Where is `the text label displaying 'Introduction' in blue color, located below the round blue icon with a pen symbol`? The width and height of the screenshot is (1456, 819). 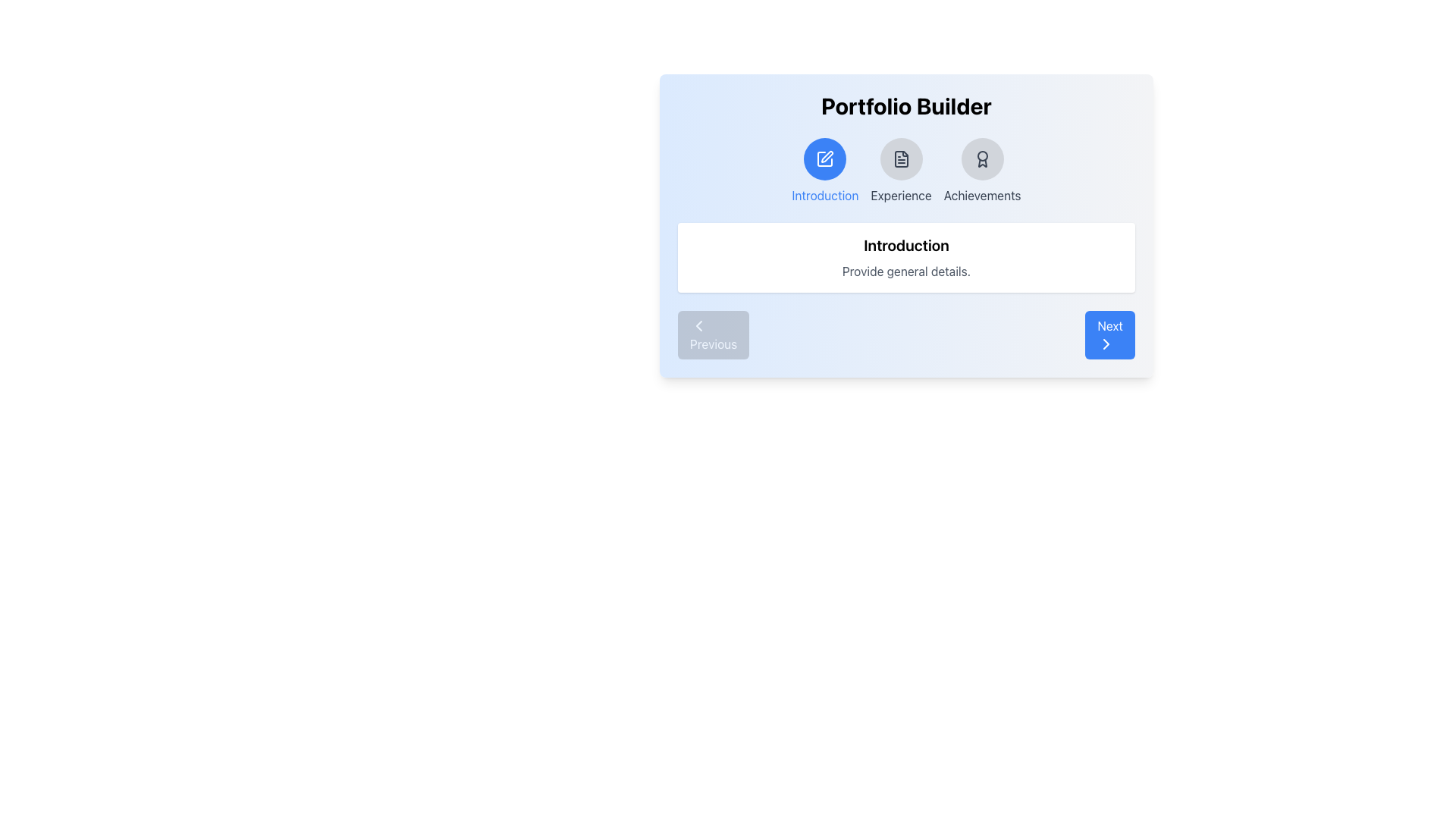
the text label displaying 'Introduction' in blue color, located below the round blue icon with a pen symbol is located at coordinates (824, 195).